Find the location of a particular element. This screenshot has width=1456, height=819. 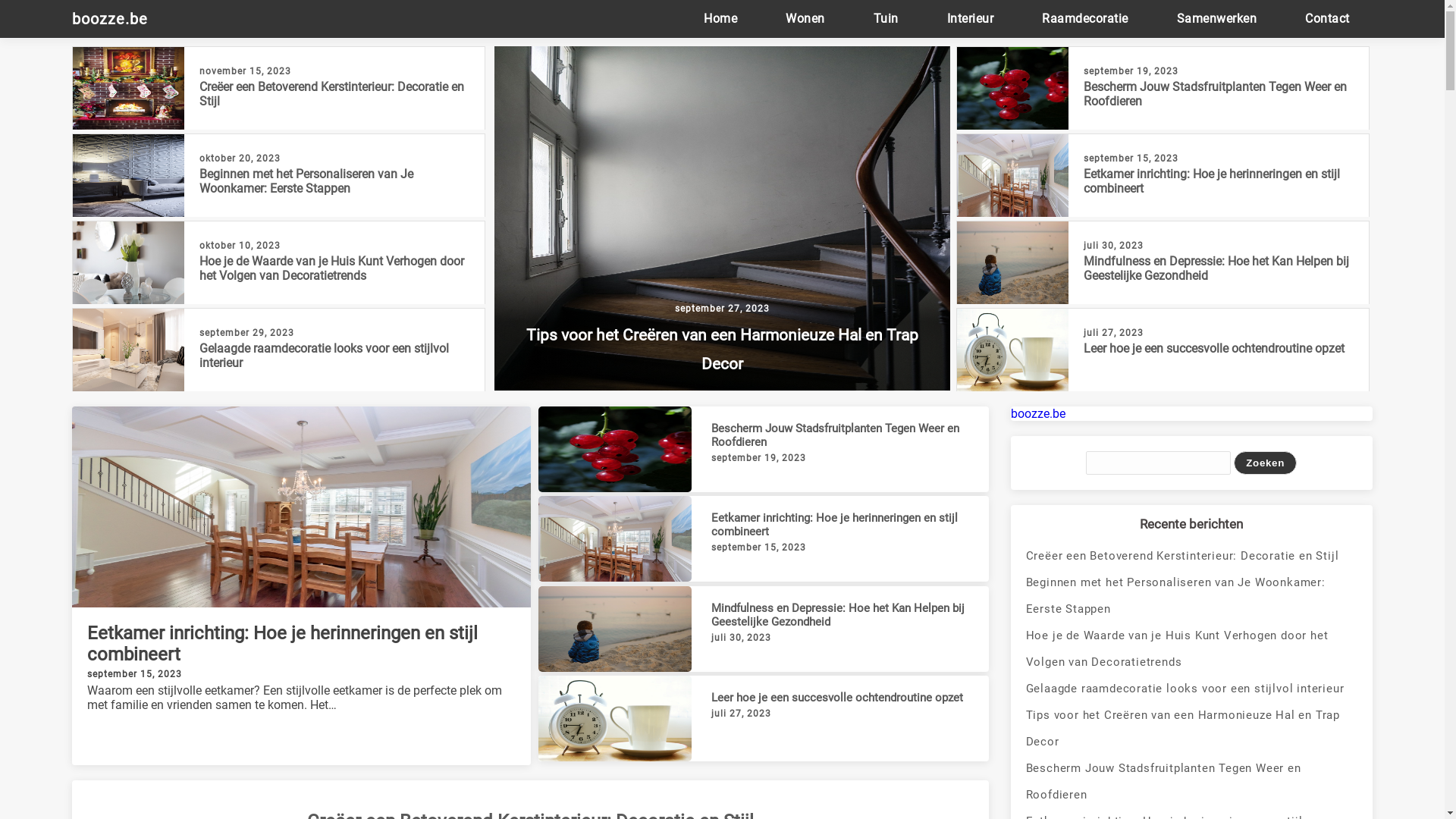

'Zoeken' is located at coordinates (1265, 462).